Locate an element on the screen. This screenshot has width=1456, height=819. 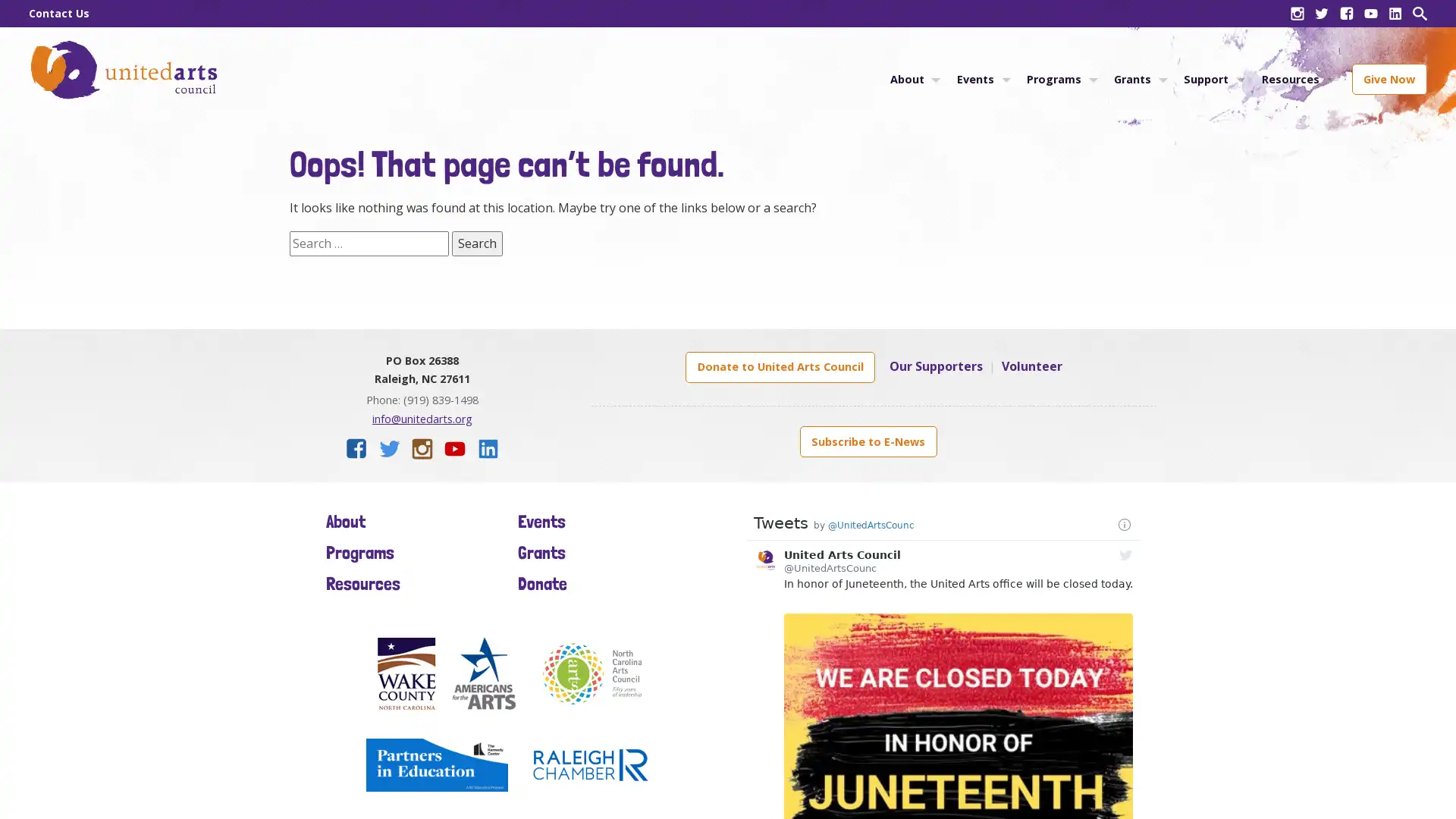
Search is located at coordinates (476, 242).